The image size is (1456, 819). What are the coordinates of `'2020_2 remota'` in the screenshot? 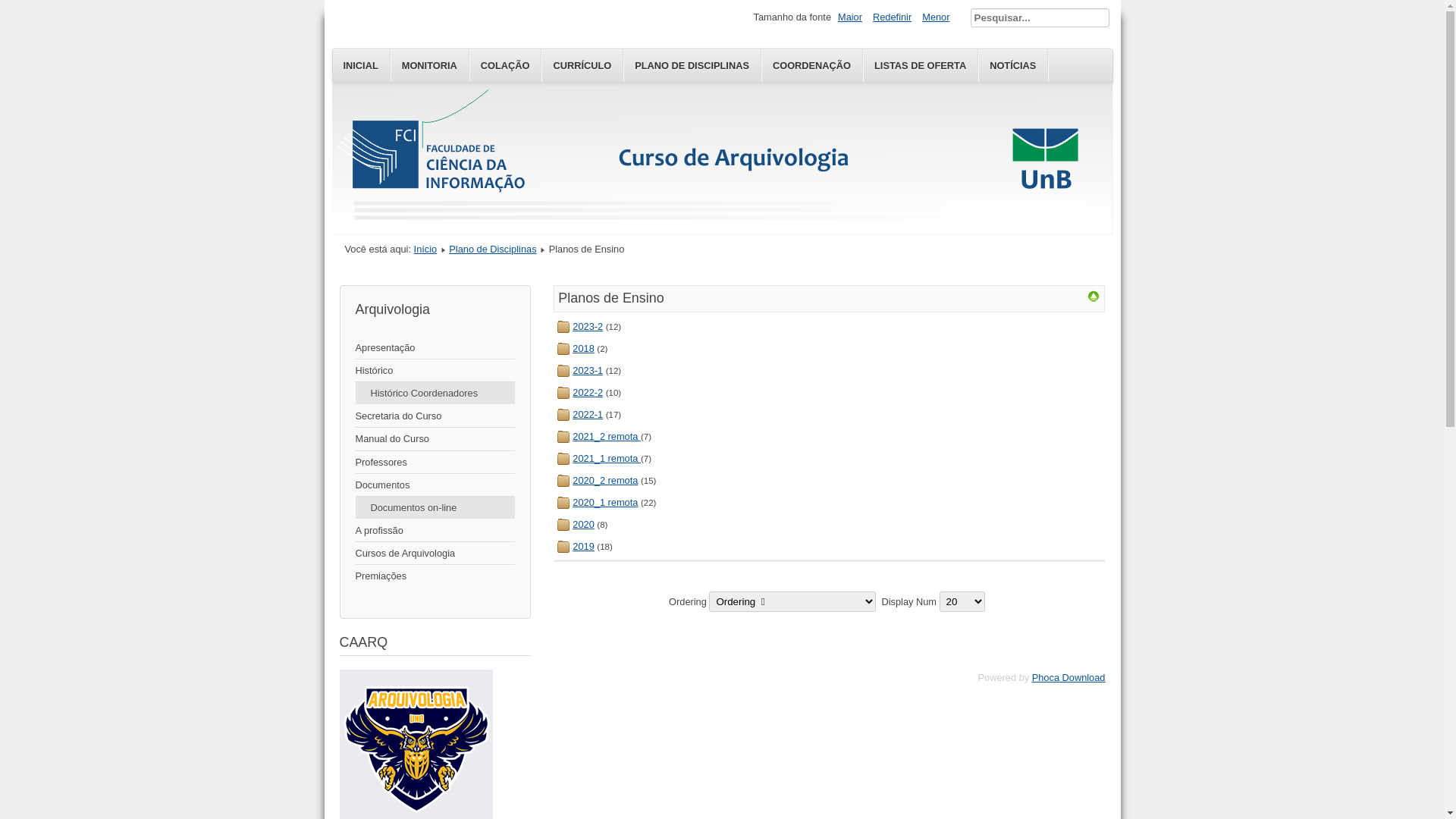 It's located at (604, 480).